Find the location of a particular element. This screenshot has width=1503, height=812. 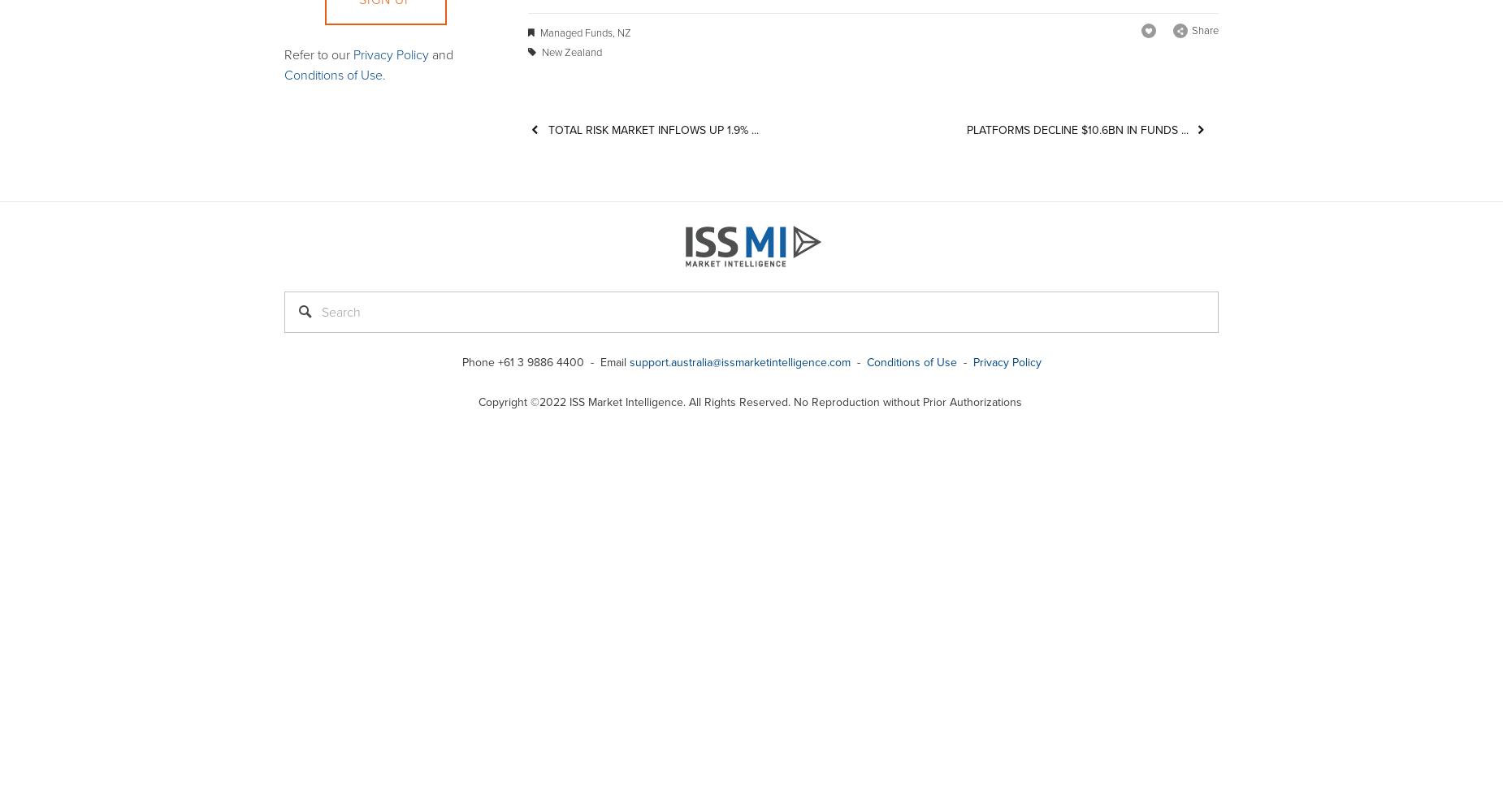

',' is located at coordinates (613, 32).